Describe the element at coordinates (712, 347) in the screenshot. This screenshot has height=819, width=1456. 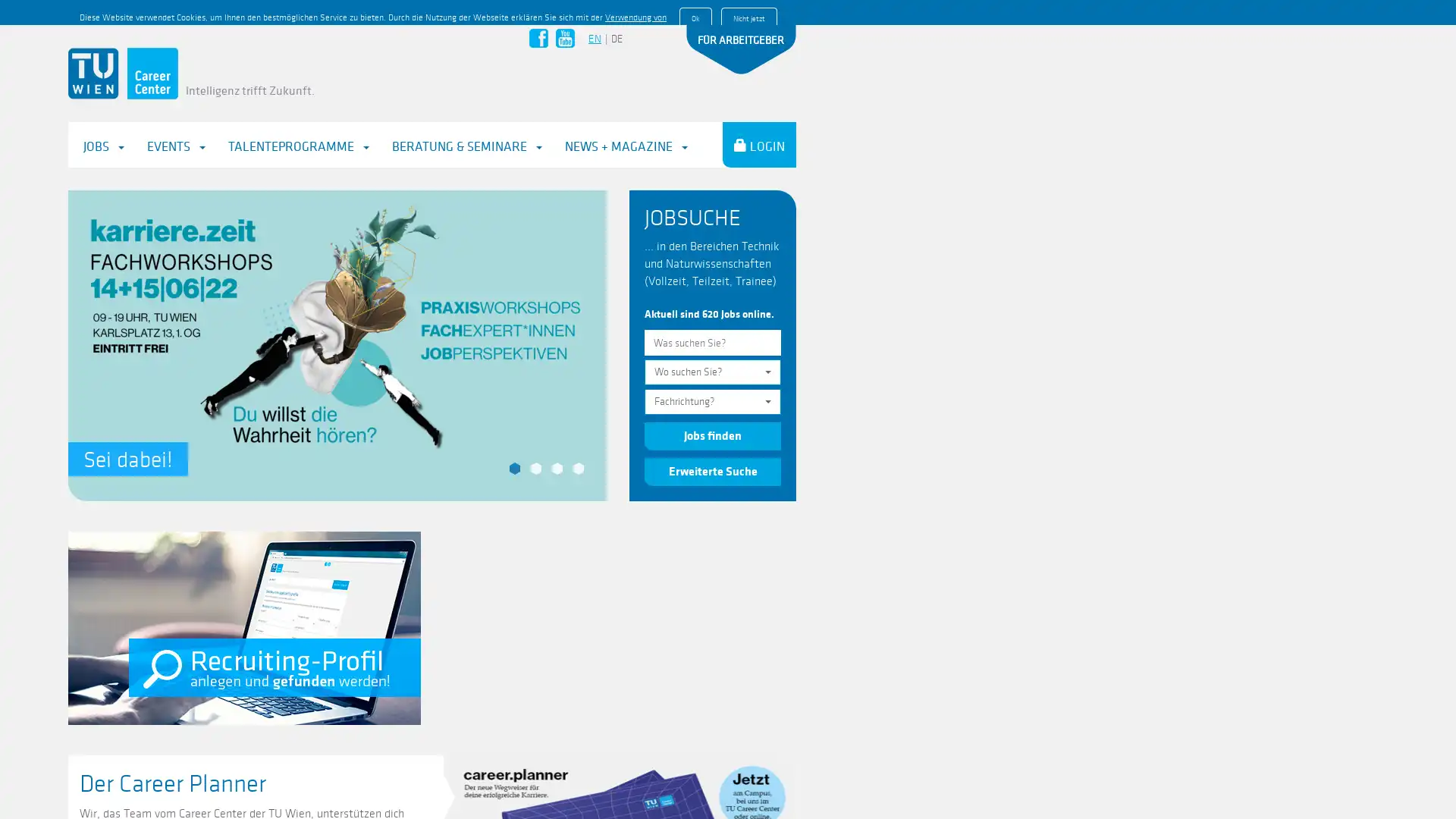
I see `Wo suchen Sie?` at that location.